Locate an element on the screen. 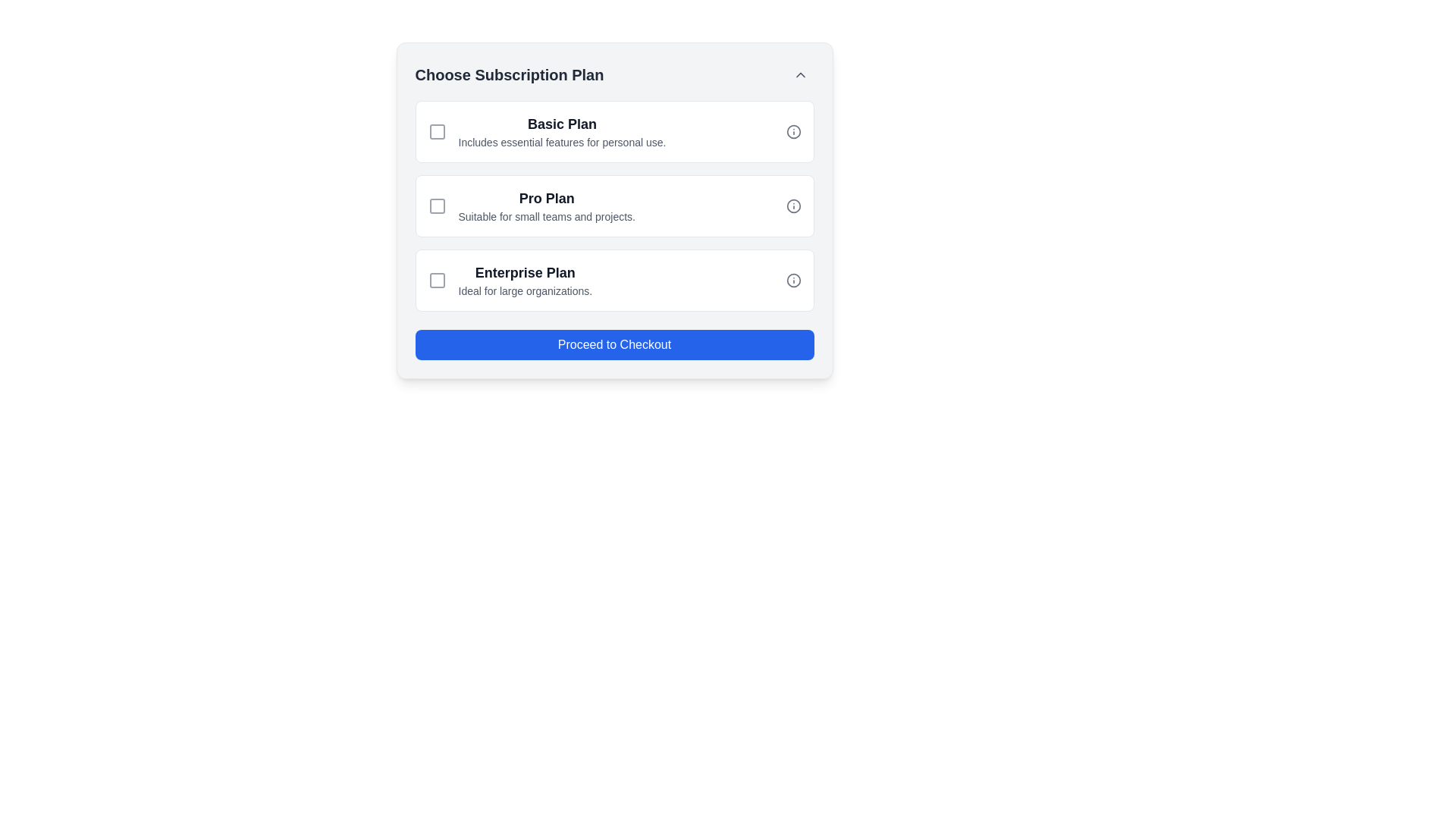 This screenshot has height=819, width=1456. the text label that provides additional information about the 'Enterprise Plan', which is centrally located below the 'Enterprise Plan' header in the subscription option block is located at coordinates (525, 291).